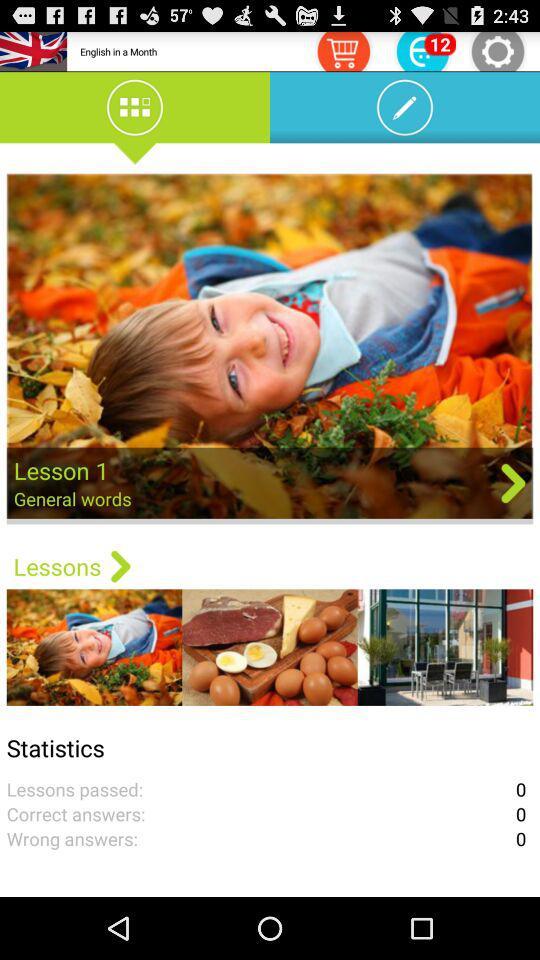  I want to click on the symbol which is second to the left of settings symbol, so click(342, 50).